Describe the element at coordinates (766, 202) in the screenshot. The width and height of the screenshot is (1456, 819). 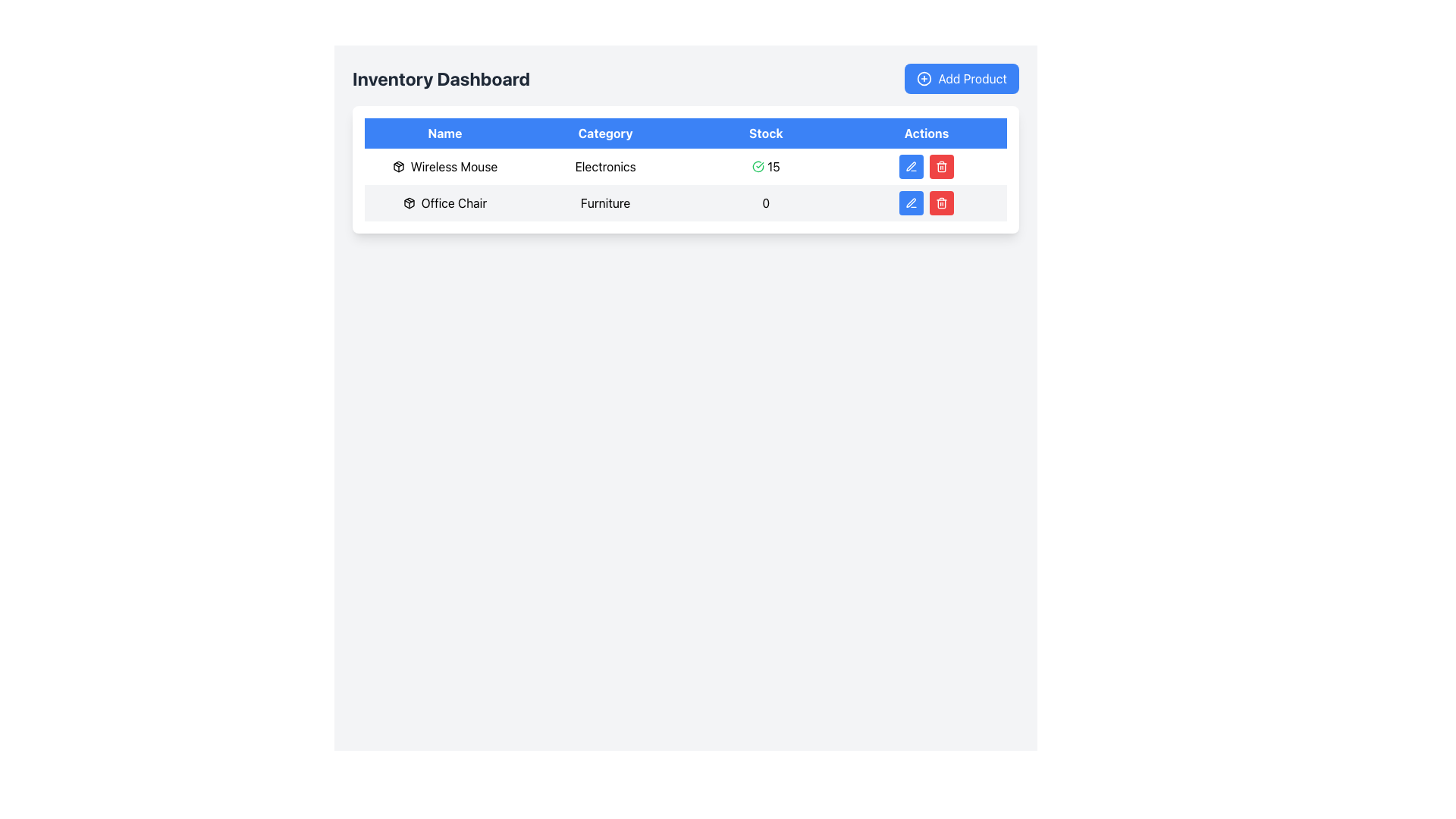
I see `the numeric label displaying the value '0' in the 'Stock' column of the second row in the table, aligned with 'Office Chair' in the 'Name' column` at that location.